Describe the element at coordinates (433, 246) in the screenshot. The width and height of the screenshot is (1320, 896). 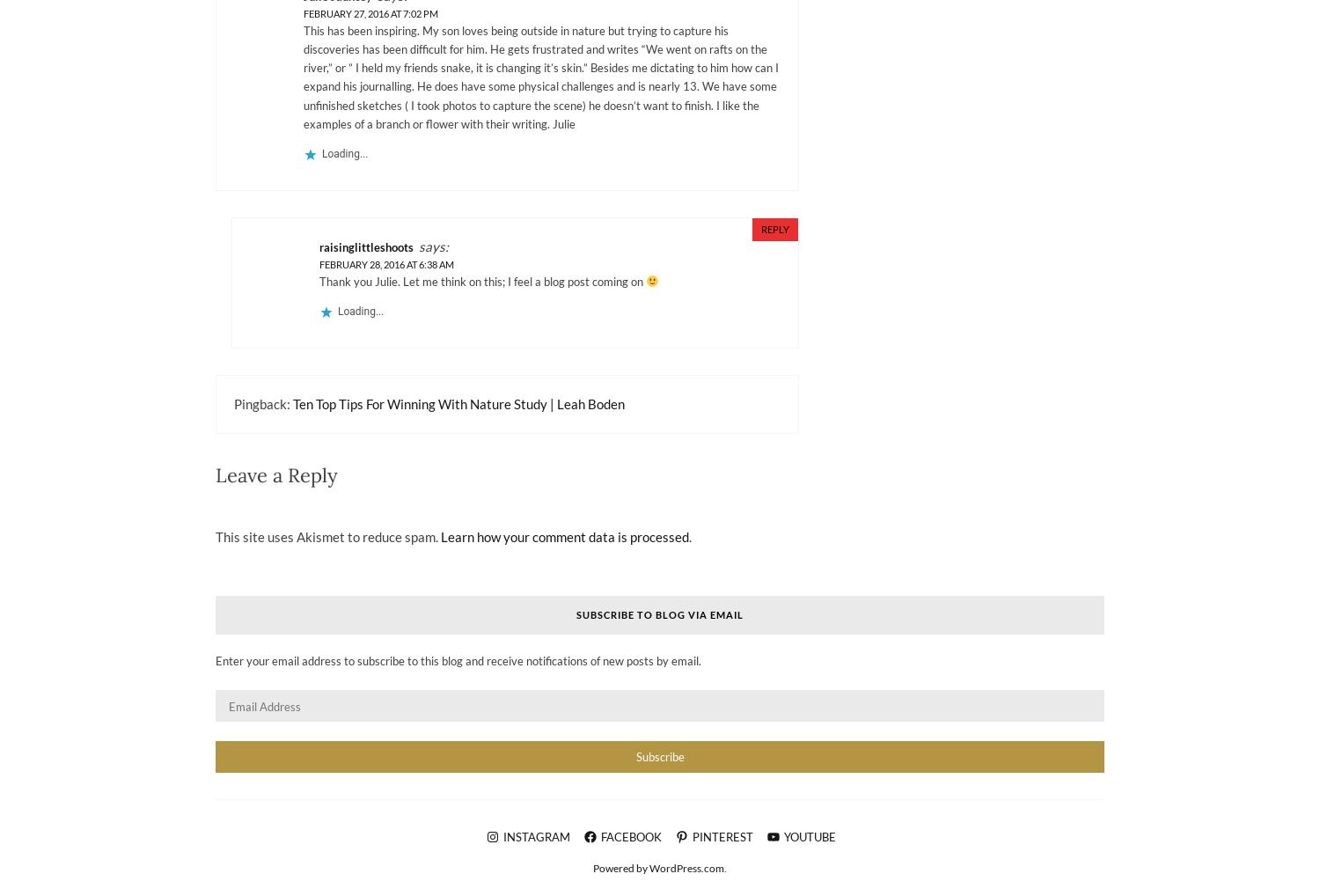
I see `'says:'` at that location.